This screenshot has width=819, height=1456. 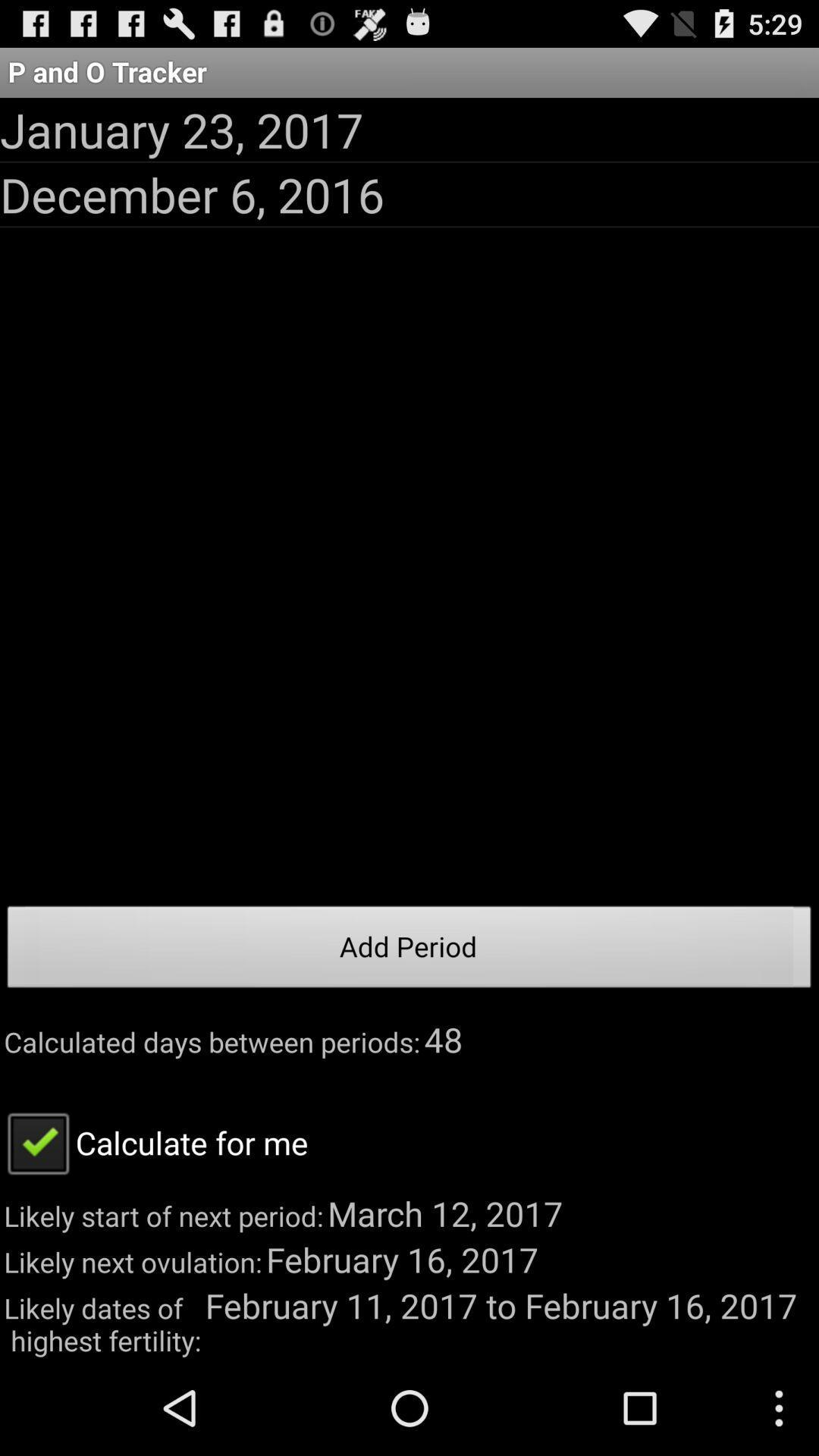 What do you see at coordinates (180, 130) in the screenshot?
I see `the january 23, 2017 item` at bounding box center [180, 130].